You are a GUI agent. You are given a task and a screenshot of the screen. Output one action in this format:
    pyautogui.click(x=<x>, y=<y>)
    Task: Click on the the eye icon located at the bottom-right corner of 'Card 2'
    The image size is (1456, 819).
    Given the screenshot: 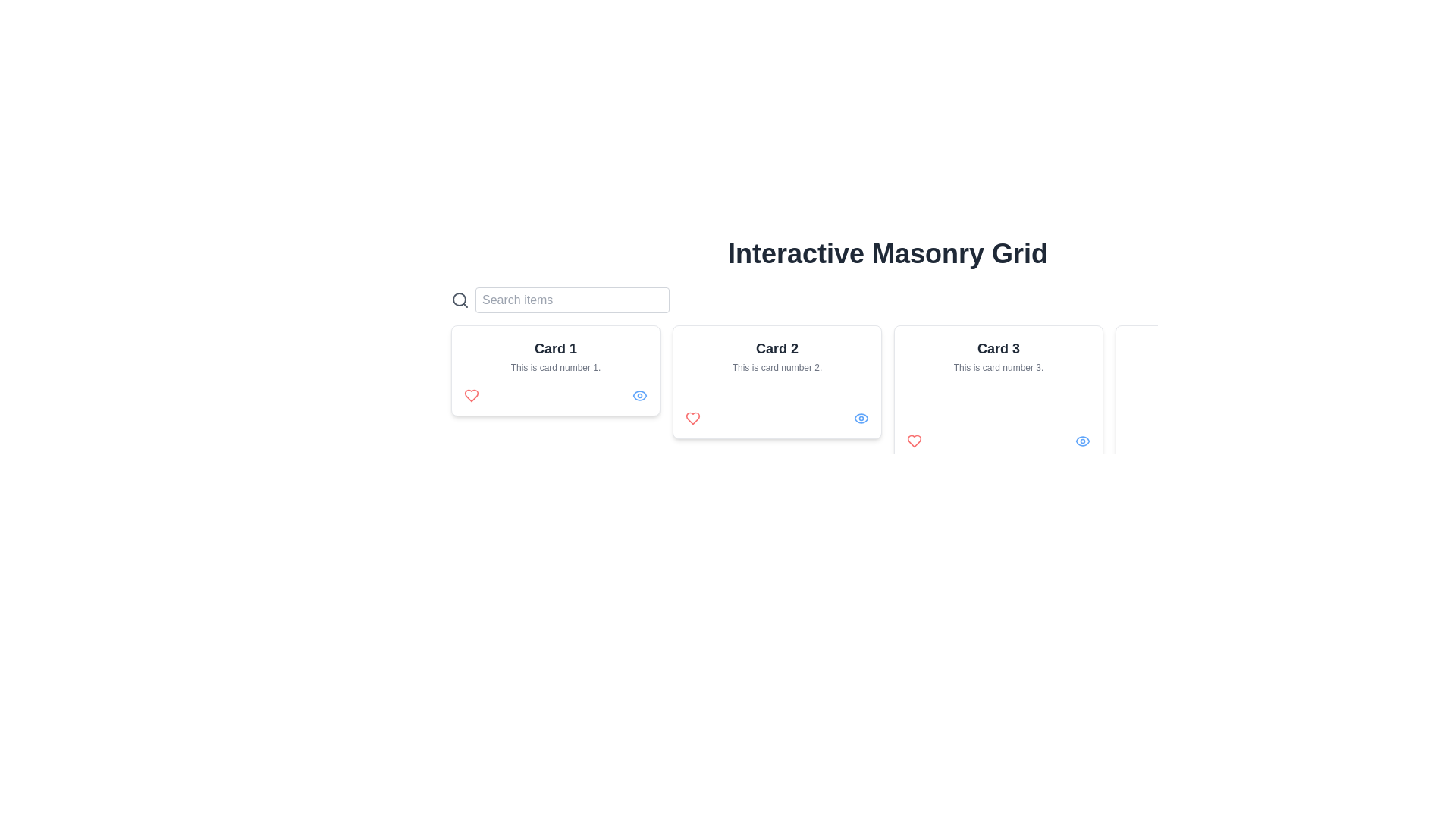 What is the action you would take?
    pyautogui.click(x=861, y=418)
    